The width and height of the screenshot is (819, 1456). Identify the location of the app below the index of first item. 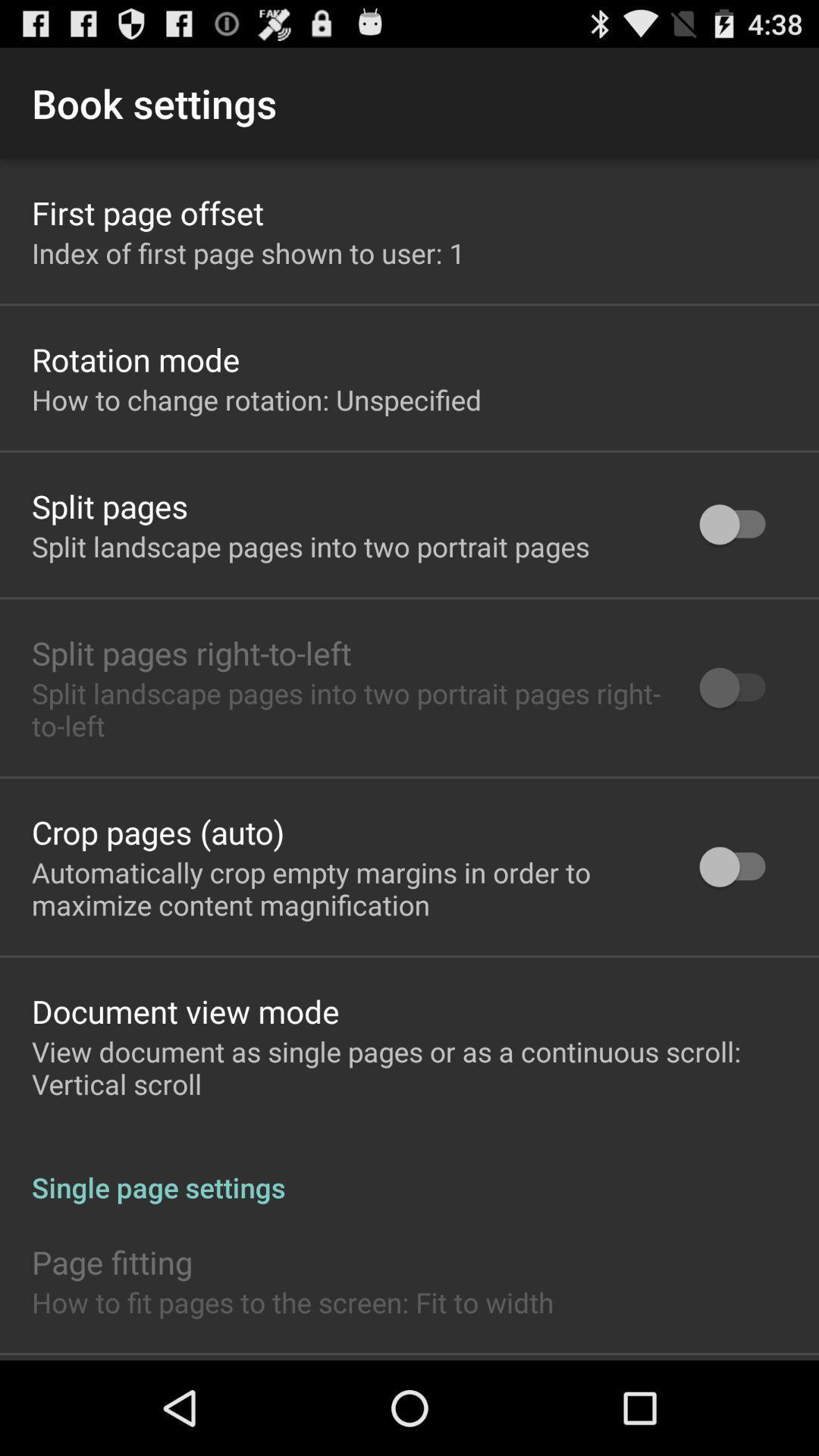
(135, 359).